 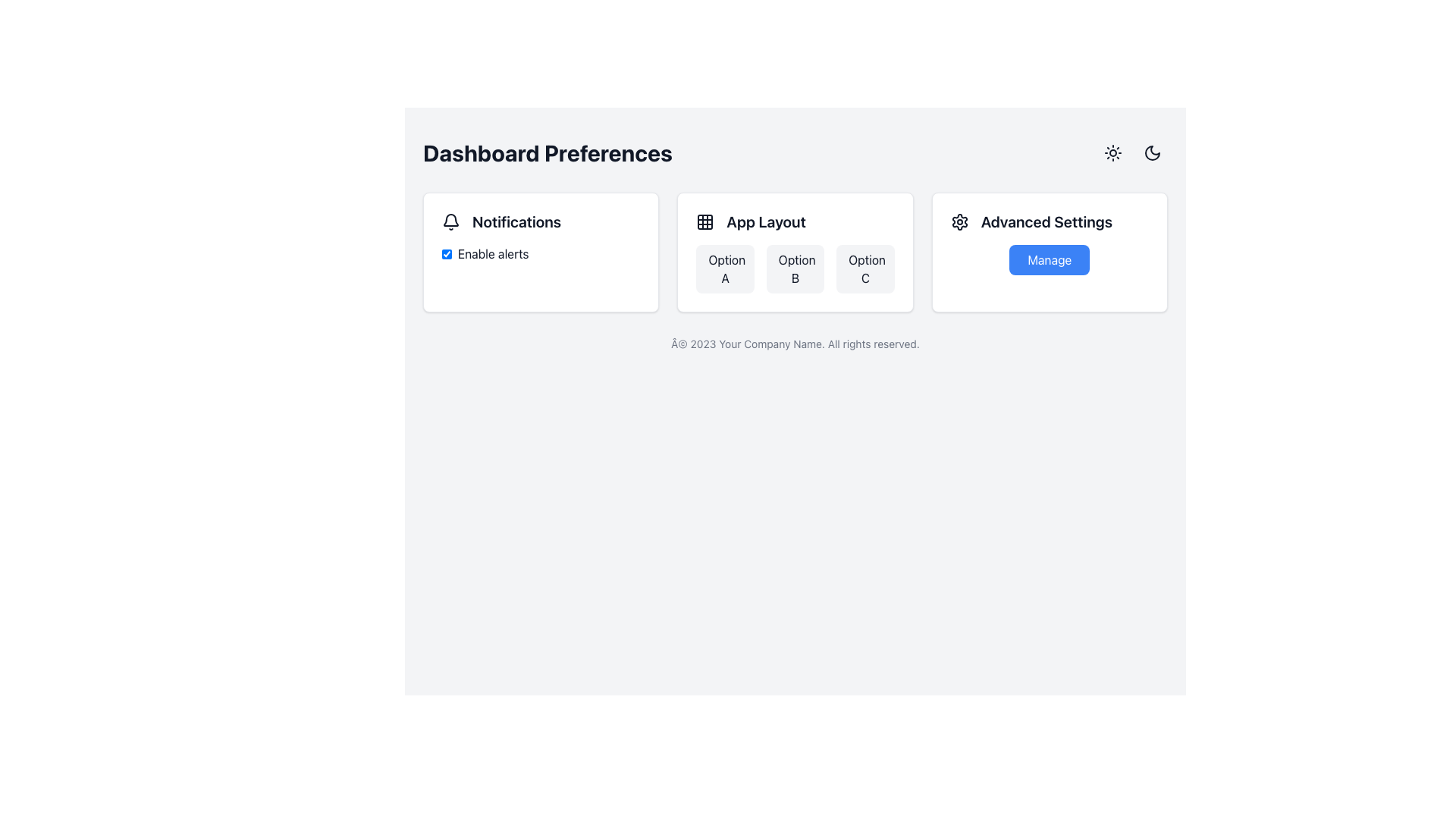 What do you see at coordinates (704, 222) in the screenshot?
I see `the icon representing the 'App Layout' section, located to the left of the text 'App Layout'` at bounding box center [704, 222].